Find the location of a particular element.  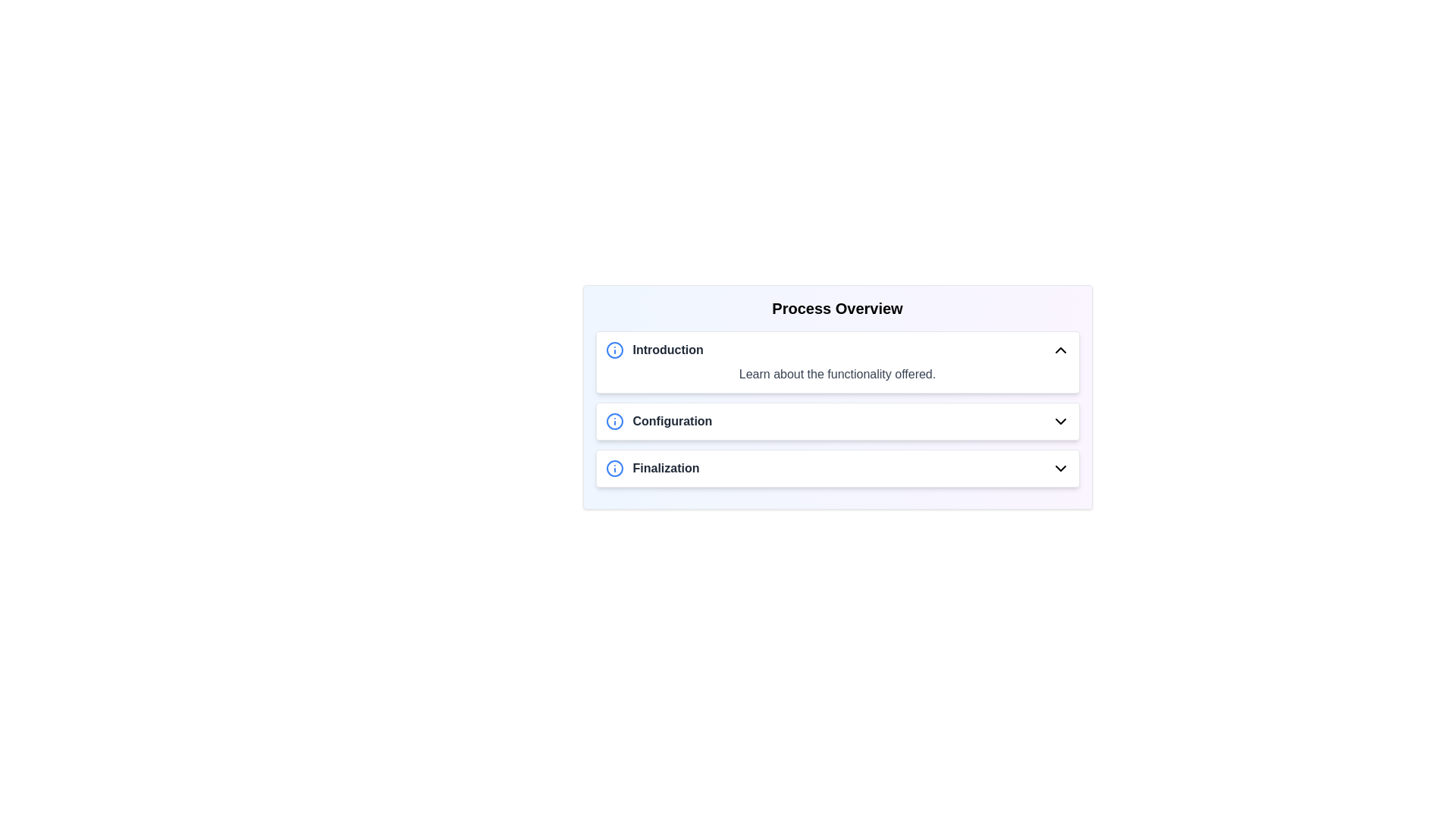

the downward-pointing chevron icon located at the far right of the 'Configuration' section in the second row of the list is located at coordinates (1059, 421).